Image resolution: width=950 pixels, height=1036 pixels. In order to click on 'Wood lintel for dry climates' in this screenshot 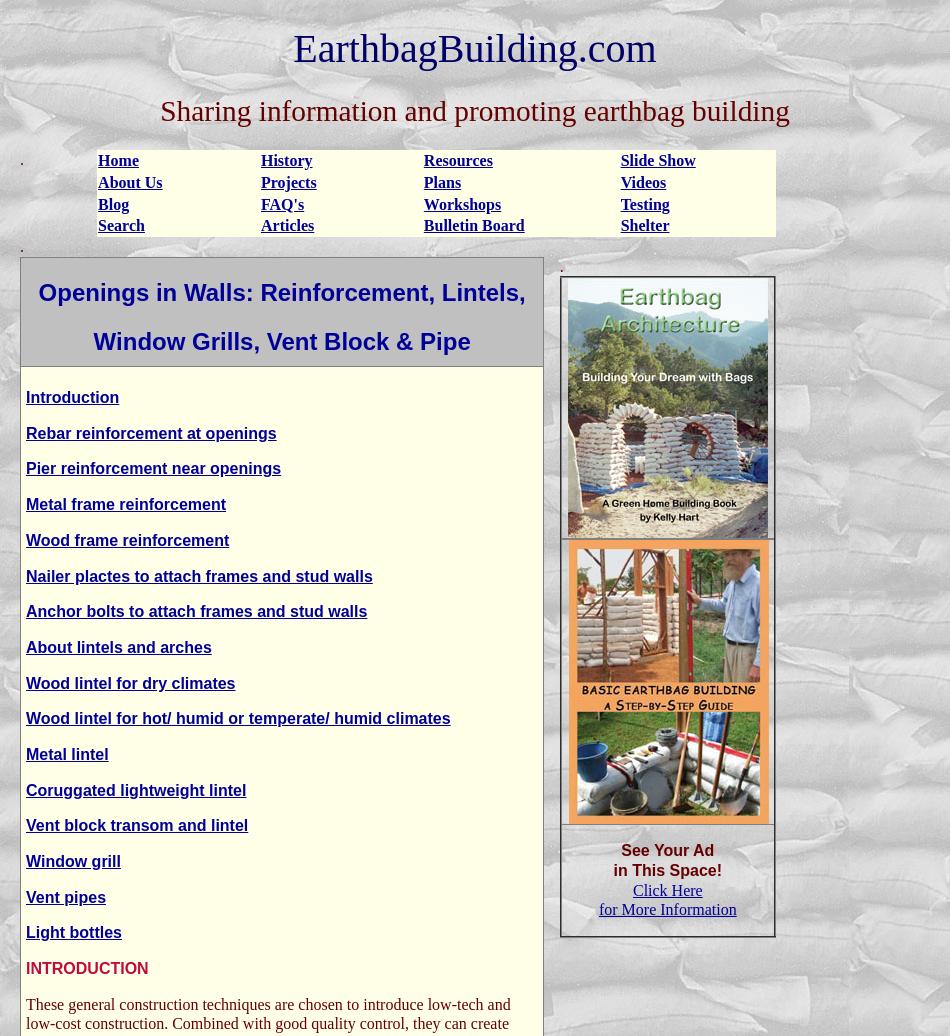, I will do `click(130, 682)`.